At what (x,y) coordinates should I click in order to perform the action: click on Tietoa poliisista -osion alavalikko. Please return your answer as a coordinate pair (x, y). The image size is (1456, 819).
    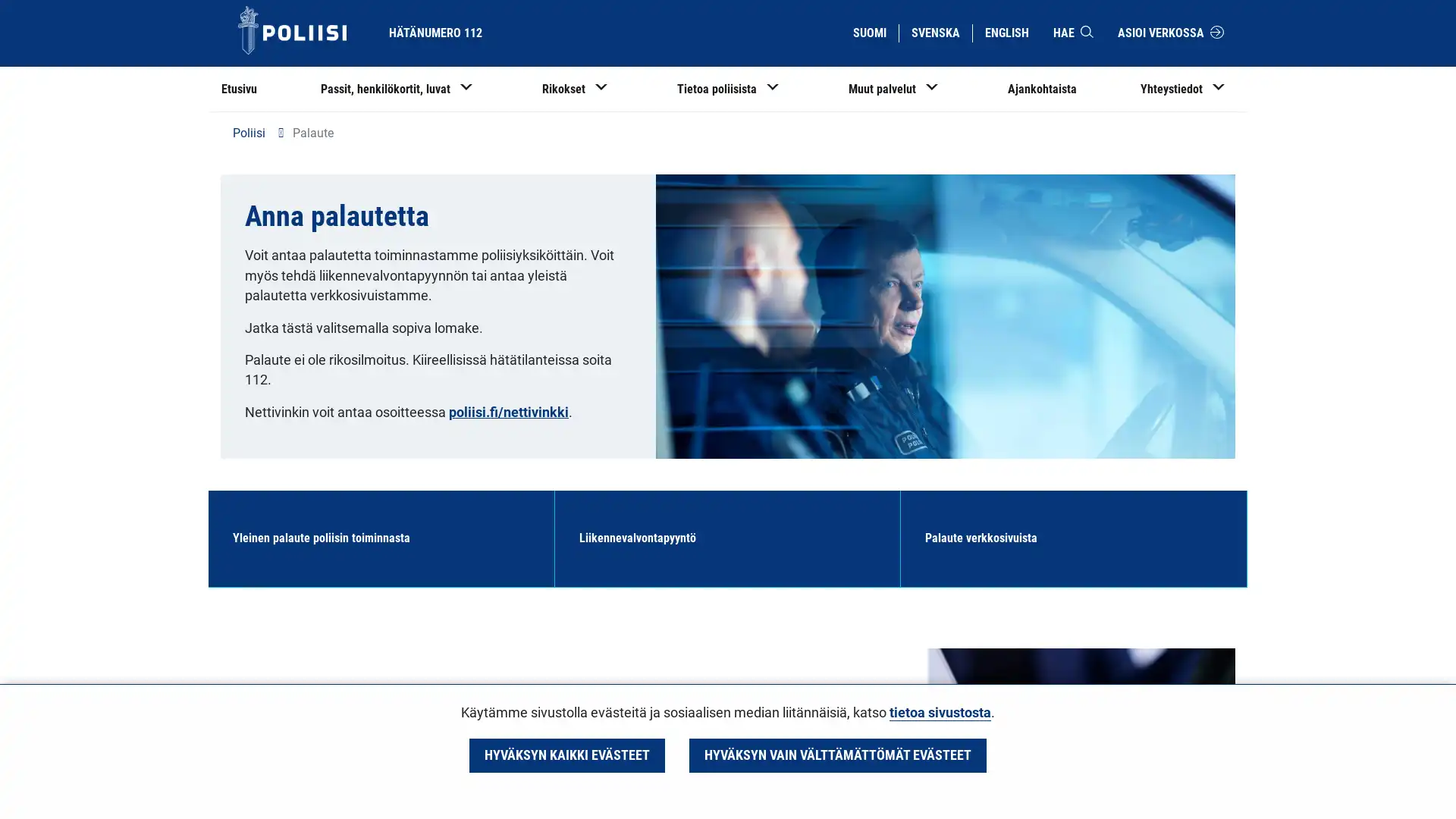
    Looking at the image, I should click on (779, 91).